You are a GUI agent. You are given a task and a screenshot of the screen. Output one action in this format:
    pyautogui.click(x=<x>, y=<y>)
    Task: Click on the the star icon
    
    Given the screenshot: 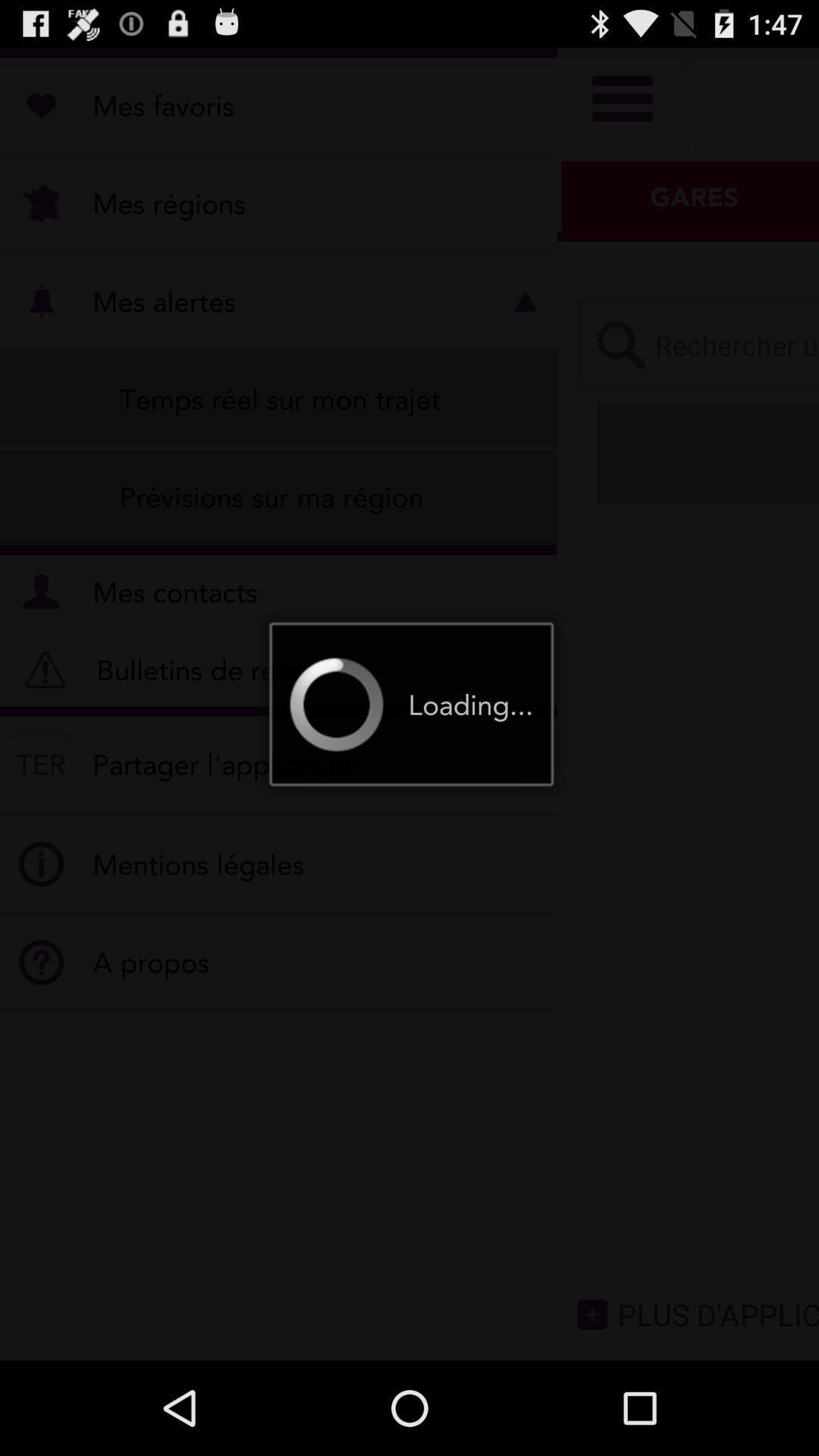 What is the action you would take?
    pyautogui.click(x=64, y=105)
    